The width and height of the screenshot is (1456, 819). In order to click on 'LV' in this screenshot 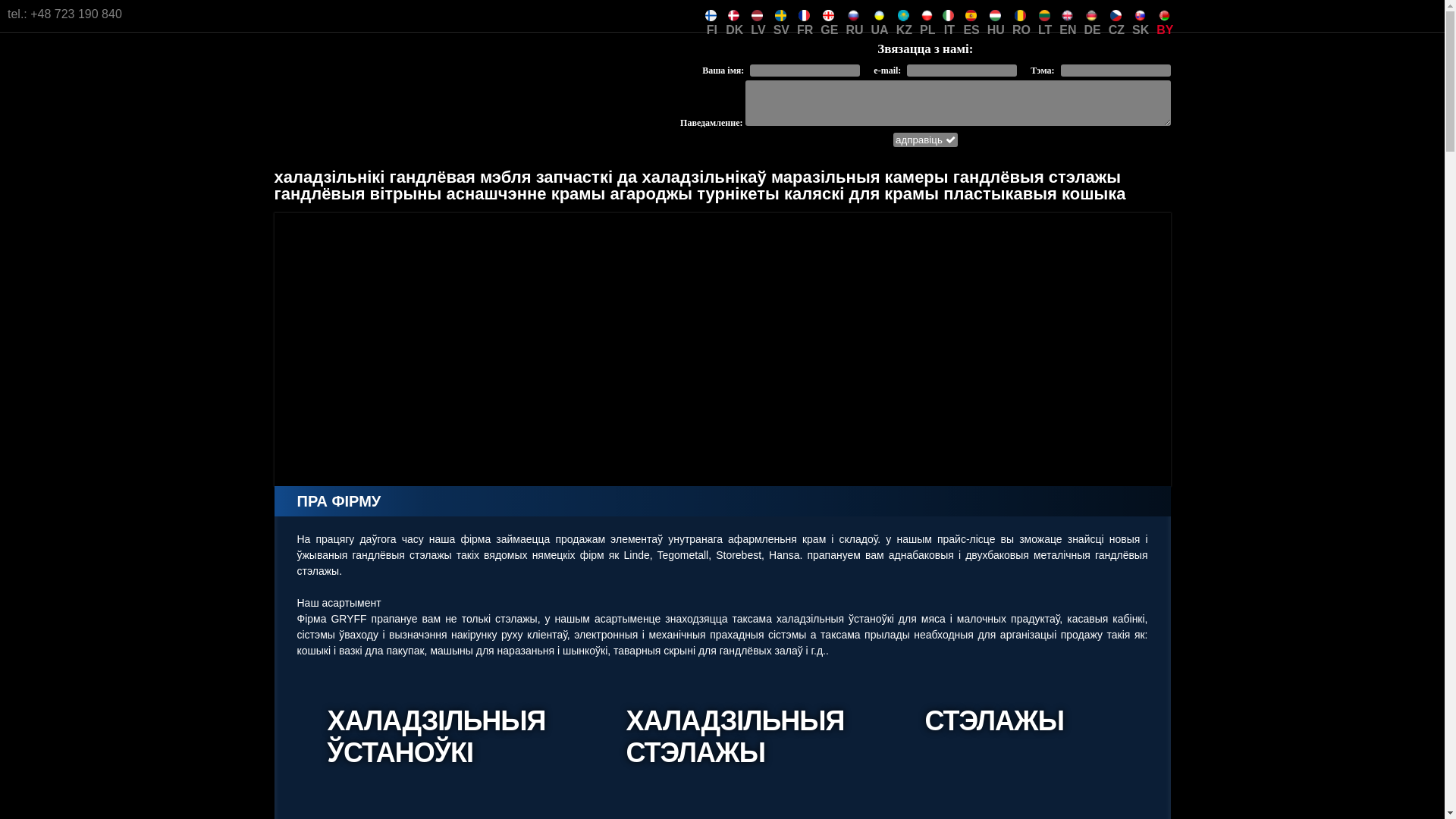, I will do `click(758, 14)`.